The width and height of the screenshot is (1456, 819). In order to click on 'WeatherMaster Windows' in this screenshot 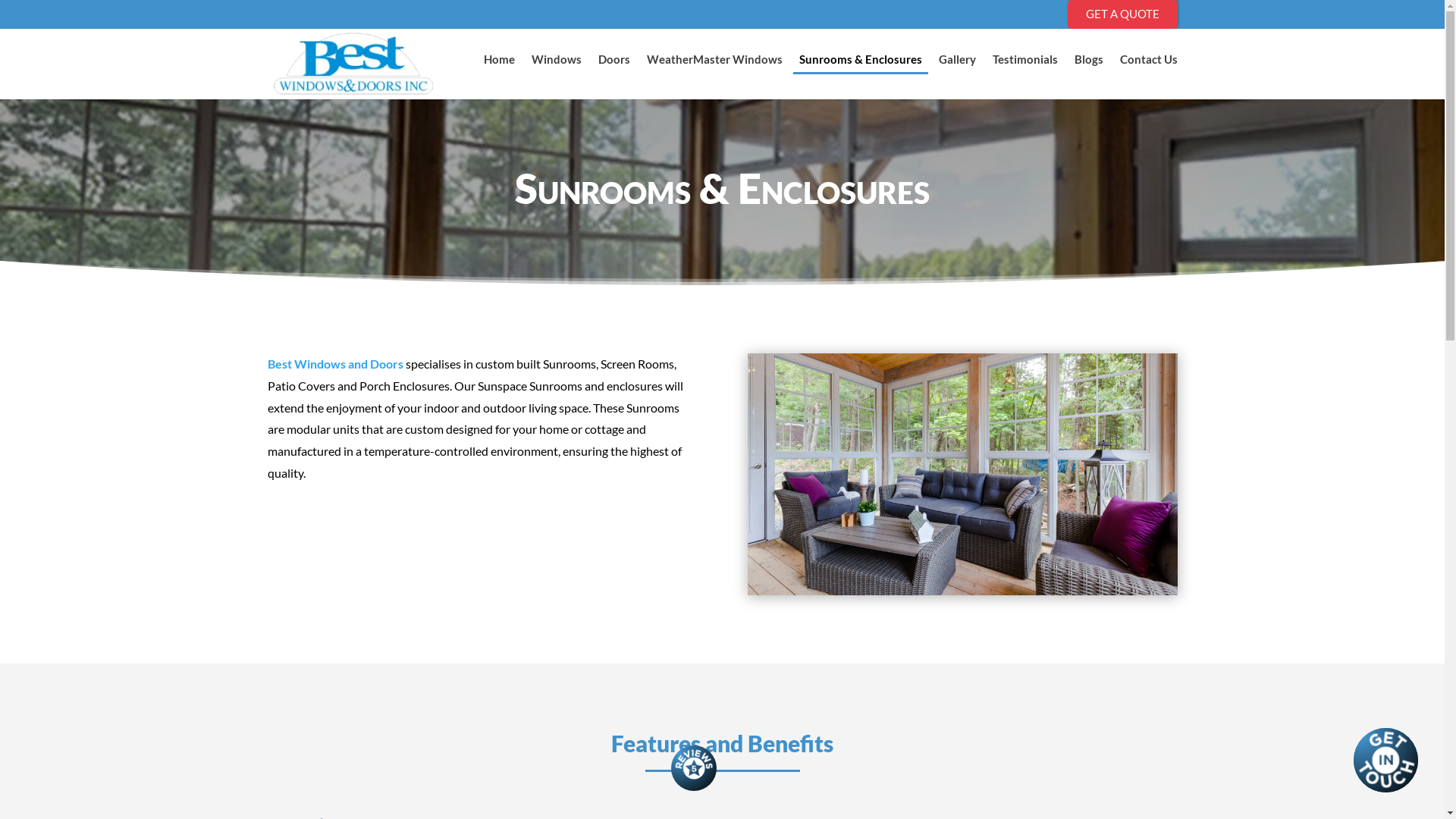, I will do `click(645, 71)`.